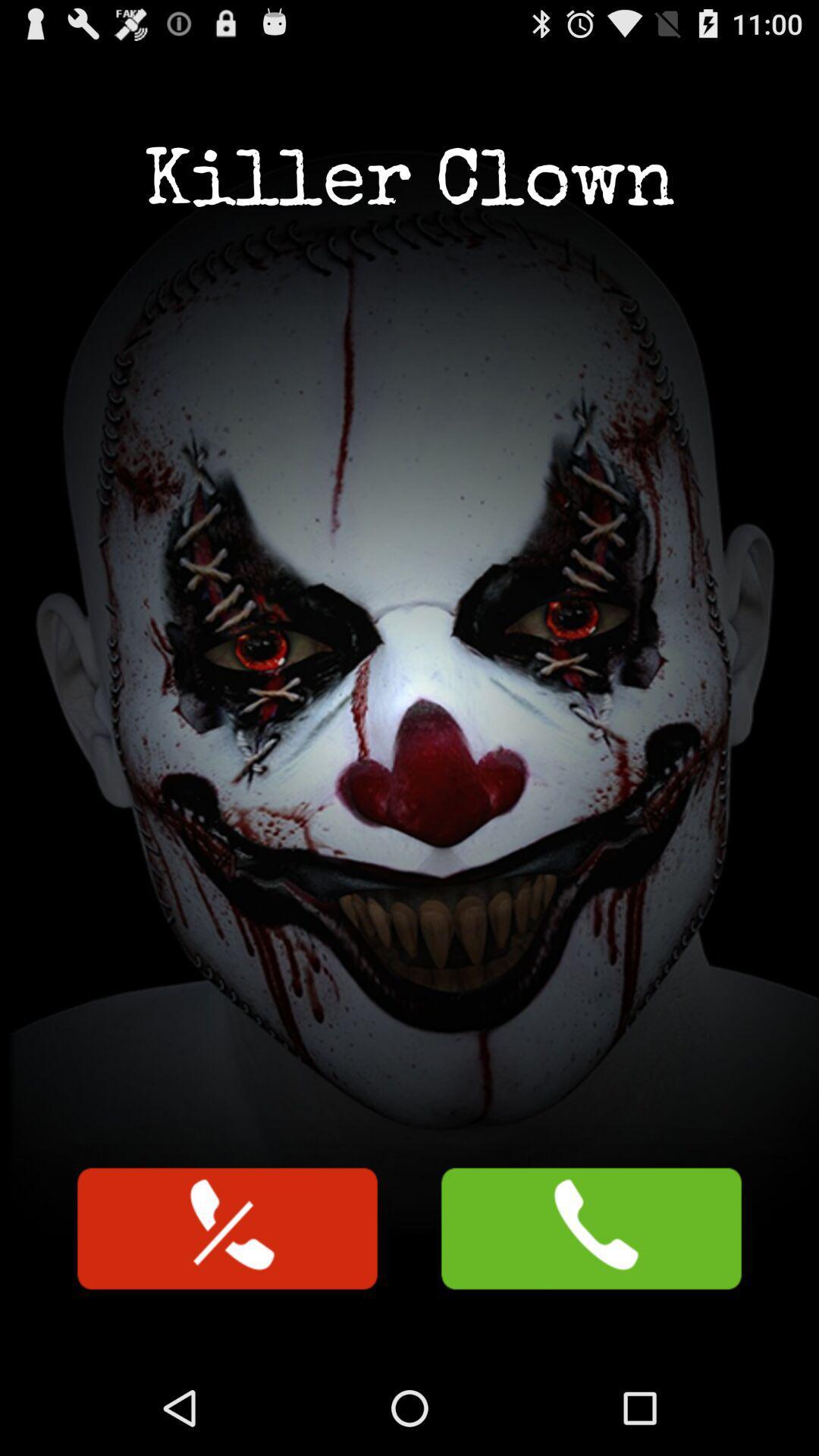 The height and width of the screenshot is (1456, 819). Describe the element at coordinates (227, 1228) in the screenshot. I see `phone` at that location.